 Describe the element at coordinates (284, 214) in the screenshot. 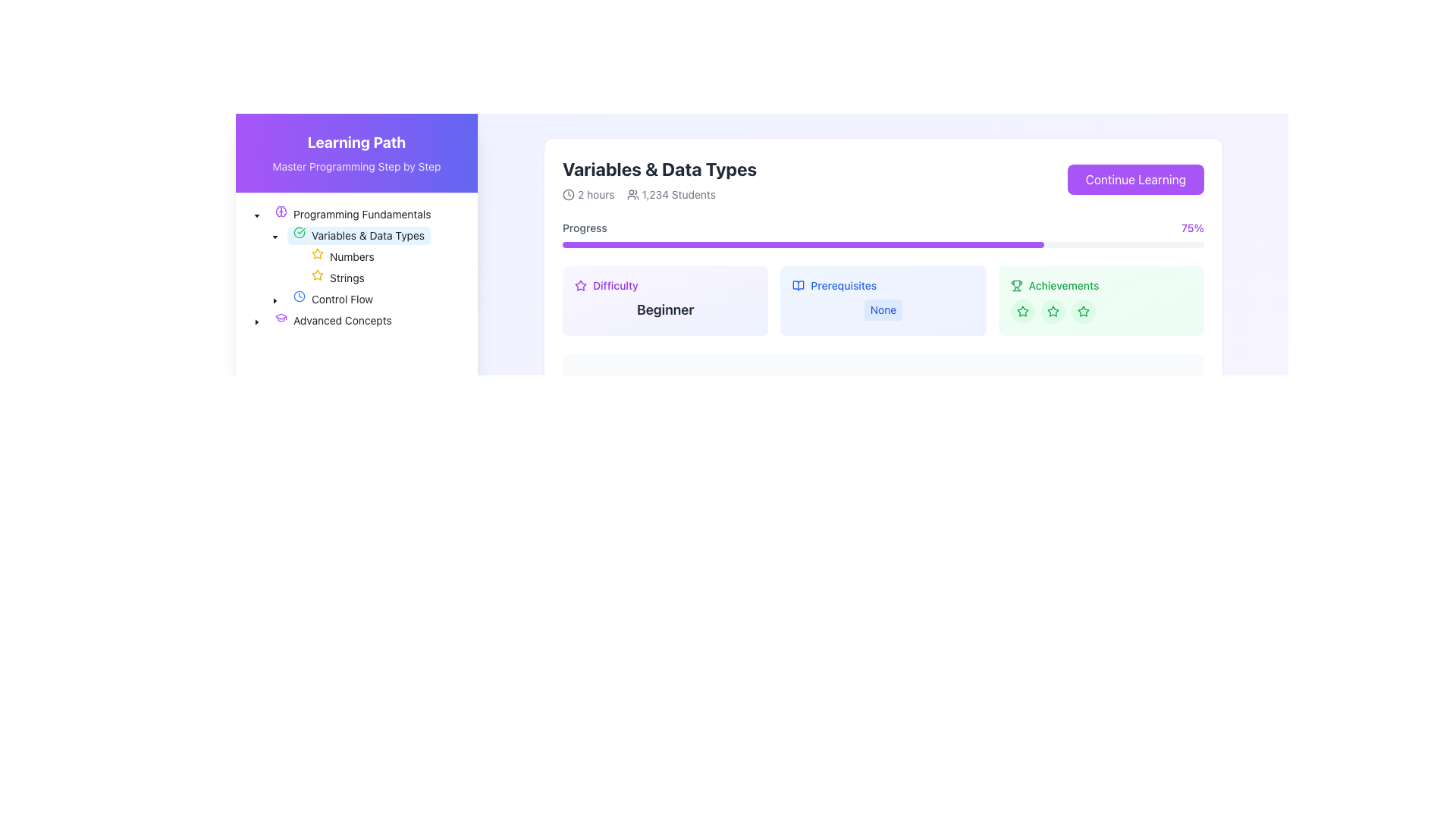

I see `the purple brain icon located next to the text 'Programming Fundamentals' in the tree view of the sidebar` at that location.